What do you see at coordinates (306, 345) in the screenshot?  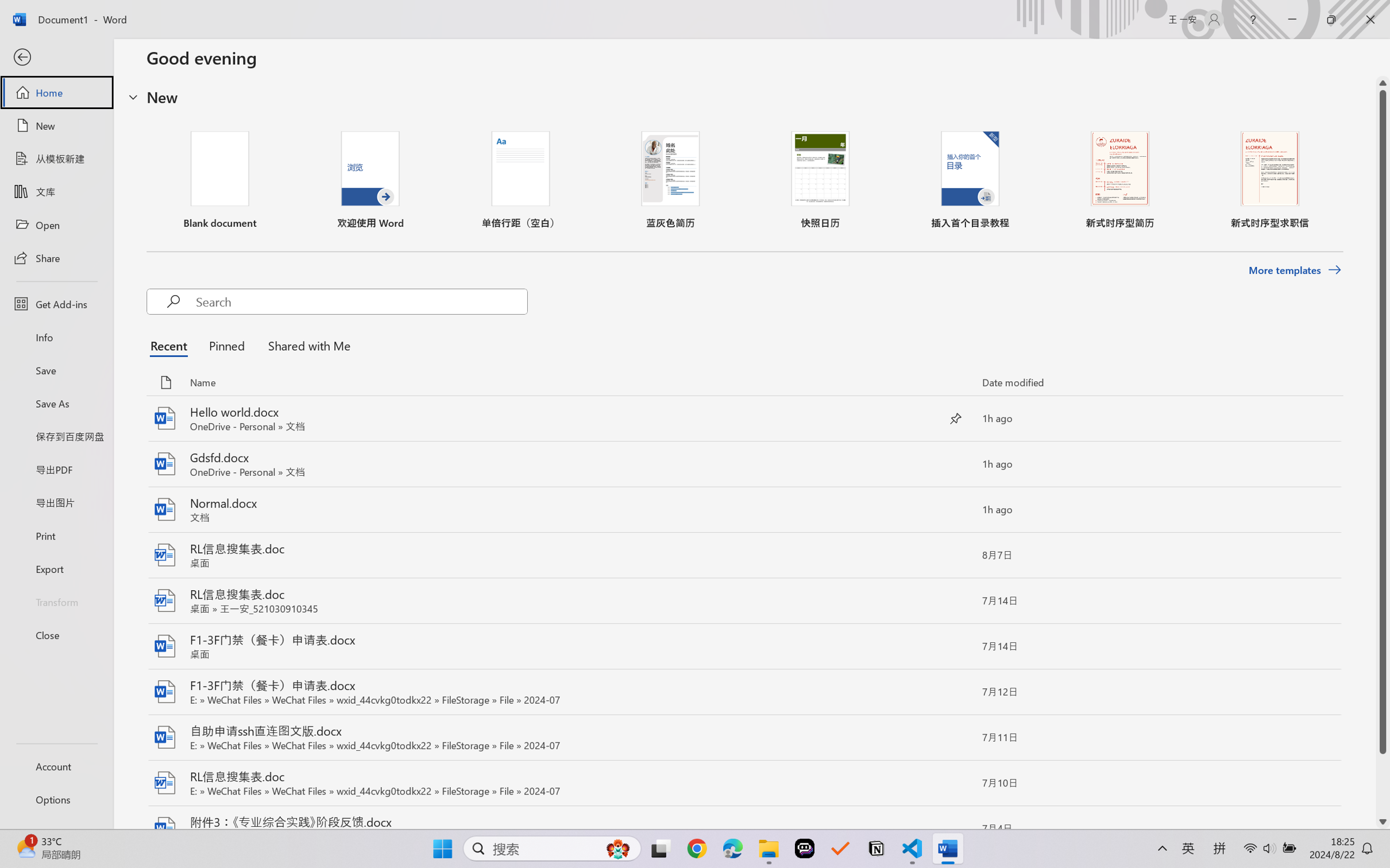 I see `'Shared with Me'` at bounding box center [306, 345].